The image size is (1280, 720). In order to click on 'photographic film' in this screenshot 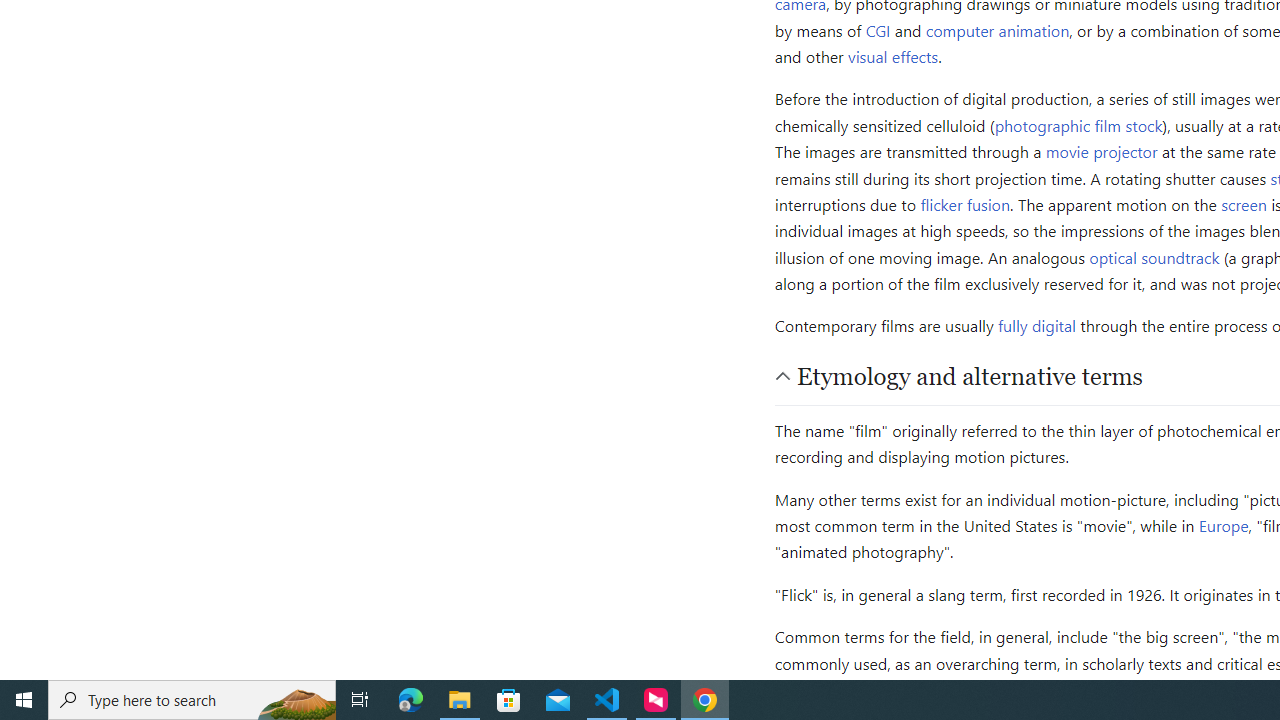, I will do `click(1057, 124)`.